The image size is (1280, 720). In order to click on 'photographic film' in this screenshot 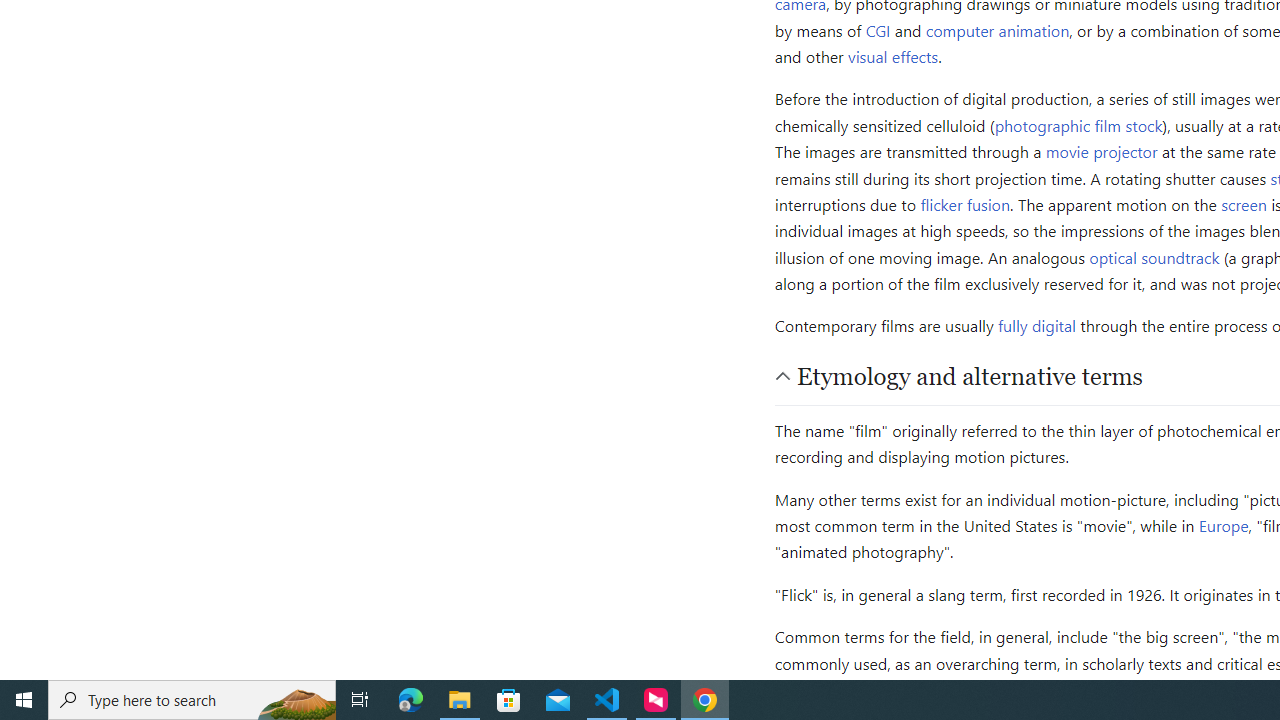, I will do `click(1057, 124)`.